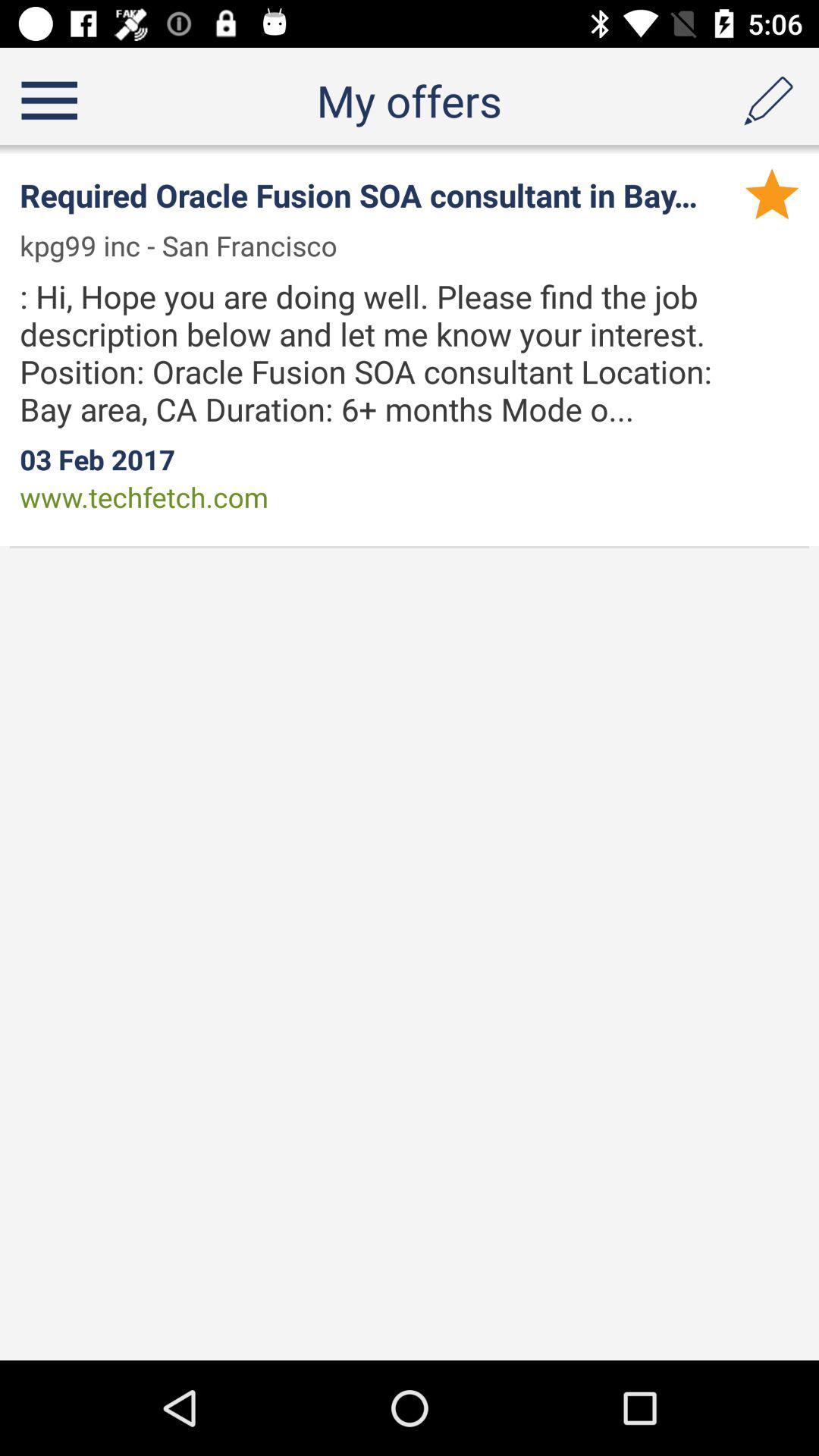 The height and width of the screenshot is (1456, 819). What do you see at coordinates (772, 193) in the screenshot?
I see `item below the a` at bounding box center [772, 193].